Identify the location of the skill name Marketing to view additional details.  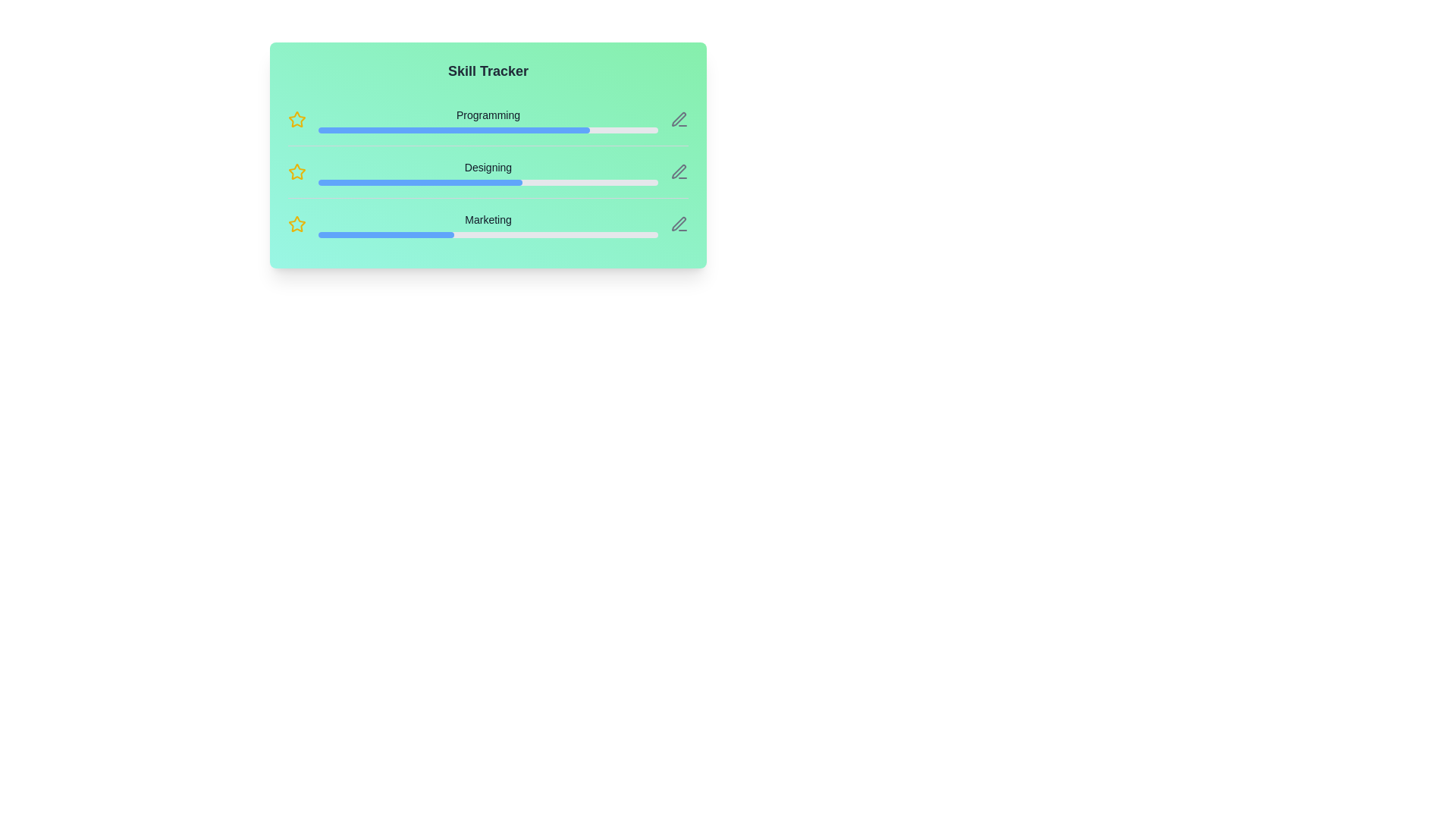
(488, 219).